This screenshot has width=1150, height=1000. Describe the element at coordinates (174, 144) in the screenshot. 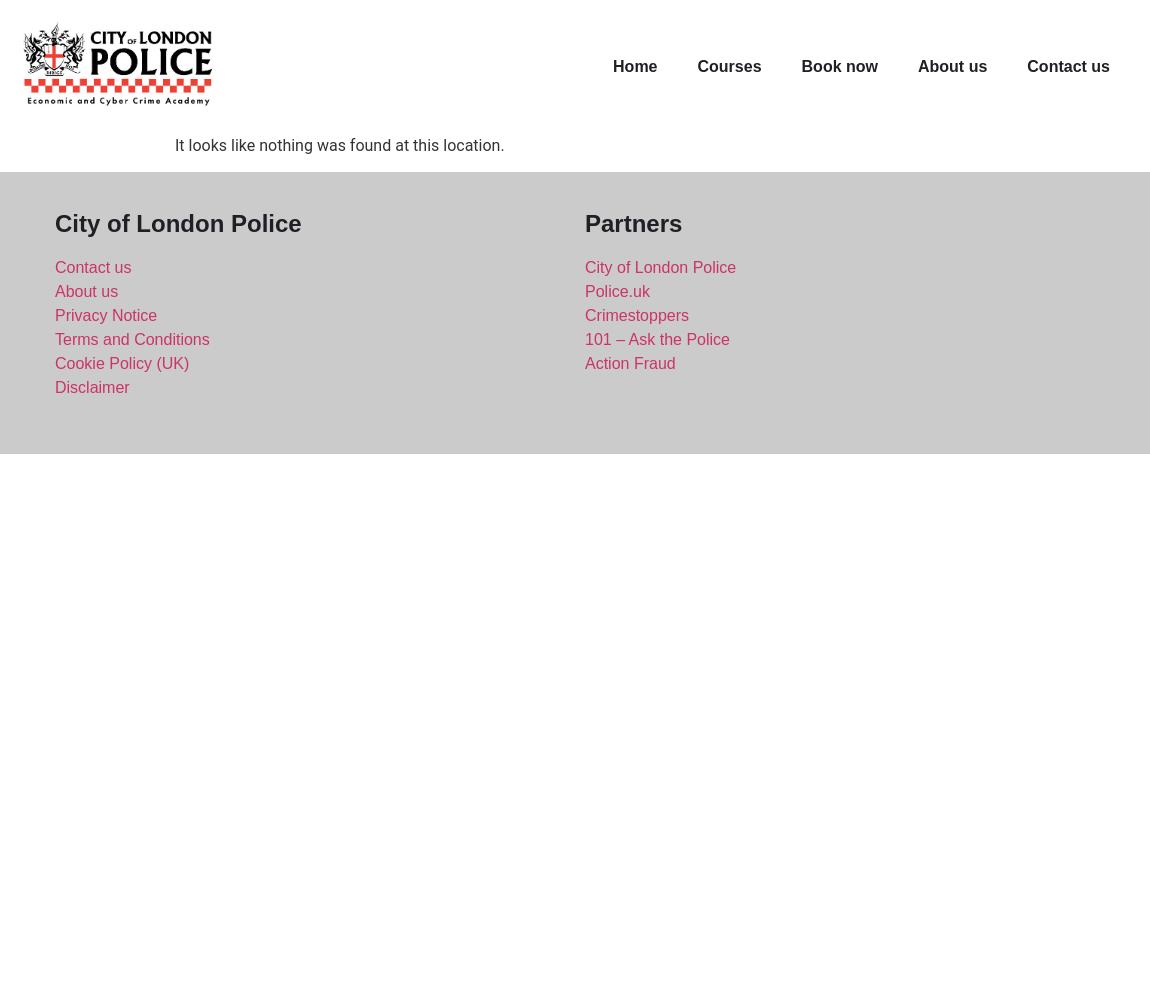

I see `'It looks like nothing was found at this location.'` at that location.